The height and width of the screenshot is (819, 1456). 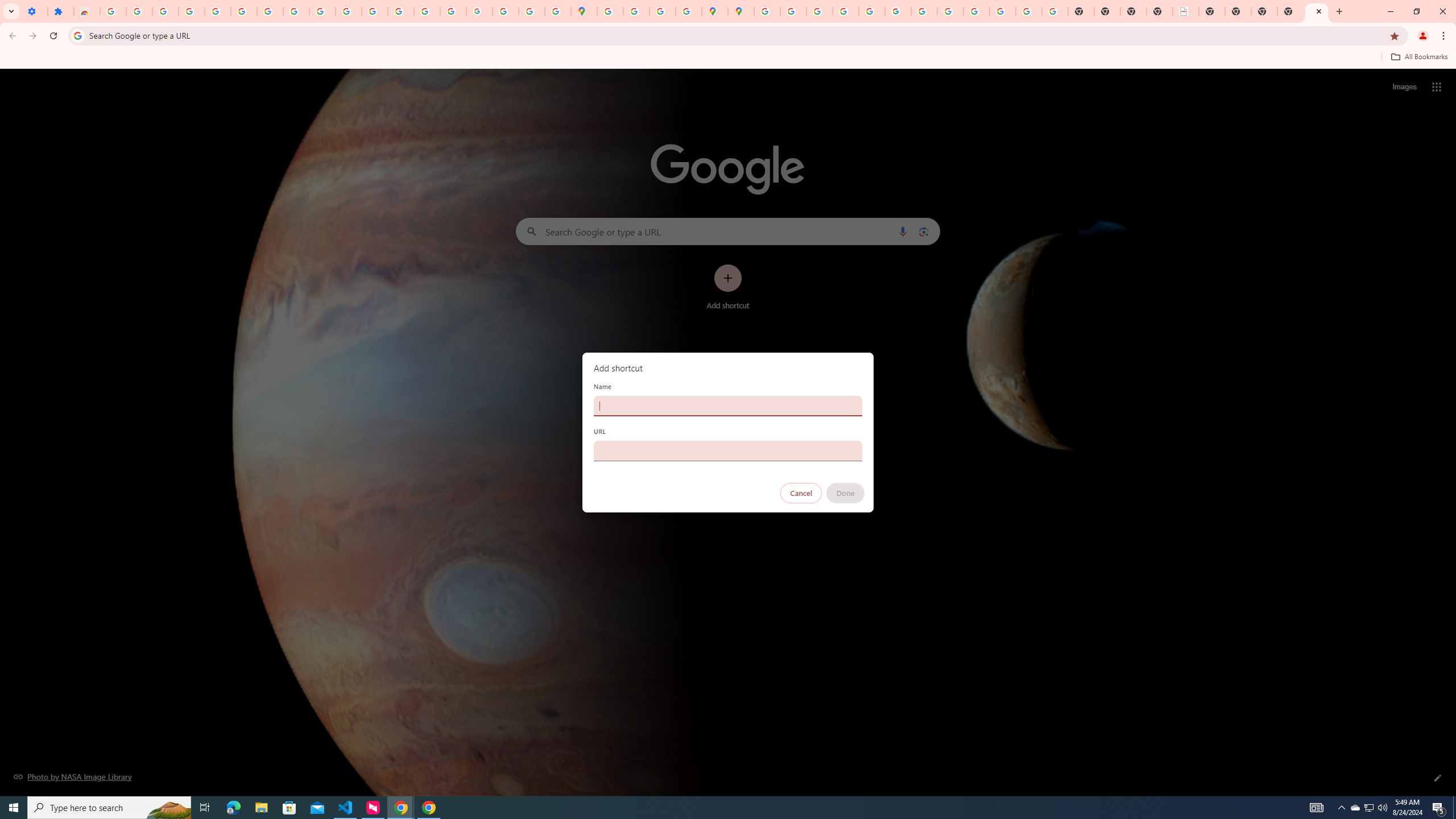 I want to click on 'Browse Chrome as a guest - Computer - Google Chrome Help', so click(x=950, y=11).